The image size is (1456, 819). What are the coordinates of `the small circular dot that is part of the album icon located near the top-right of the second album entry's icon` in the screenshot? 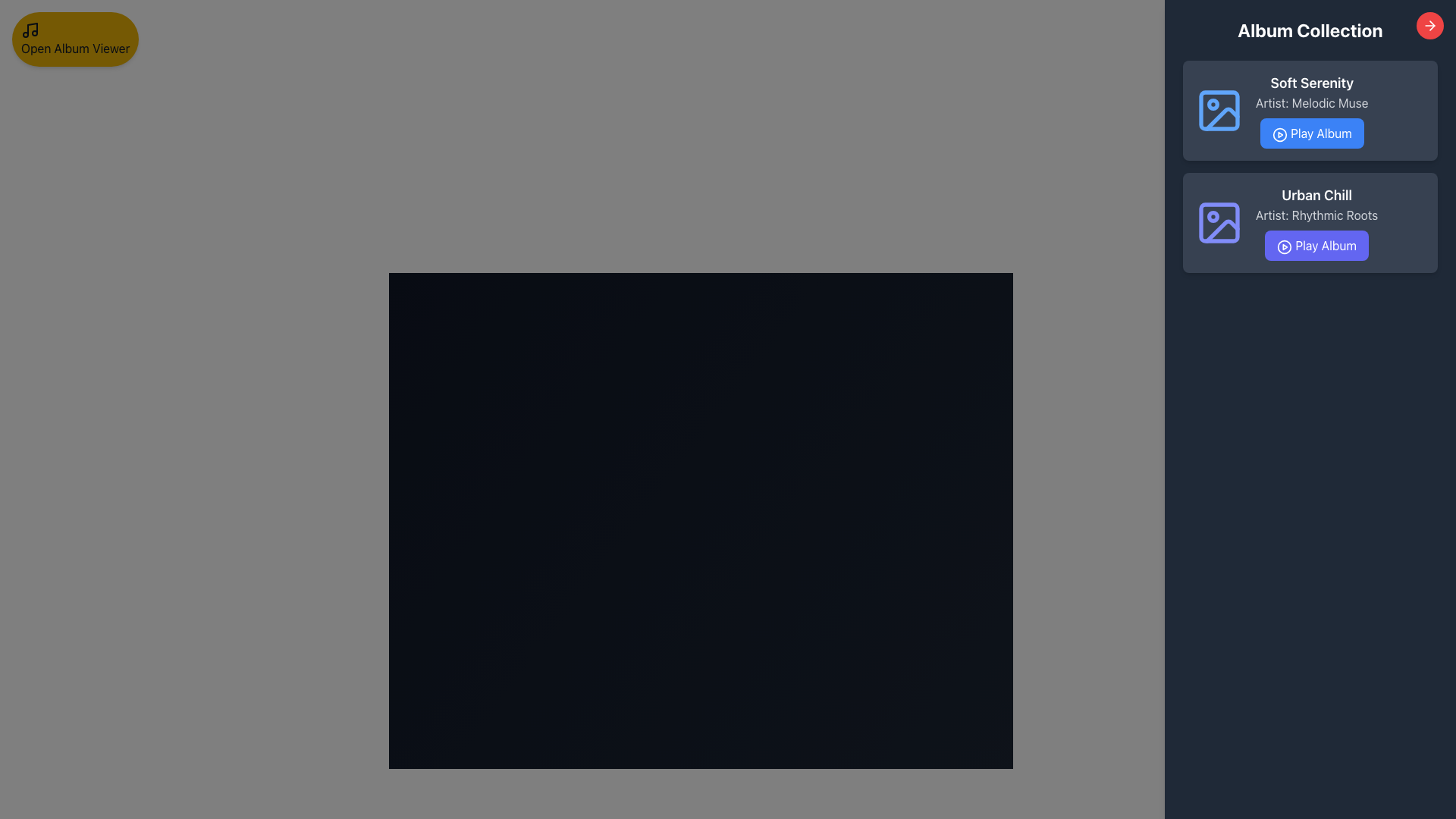 It's located at (1212, 216).